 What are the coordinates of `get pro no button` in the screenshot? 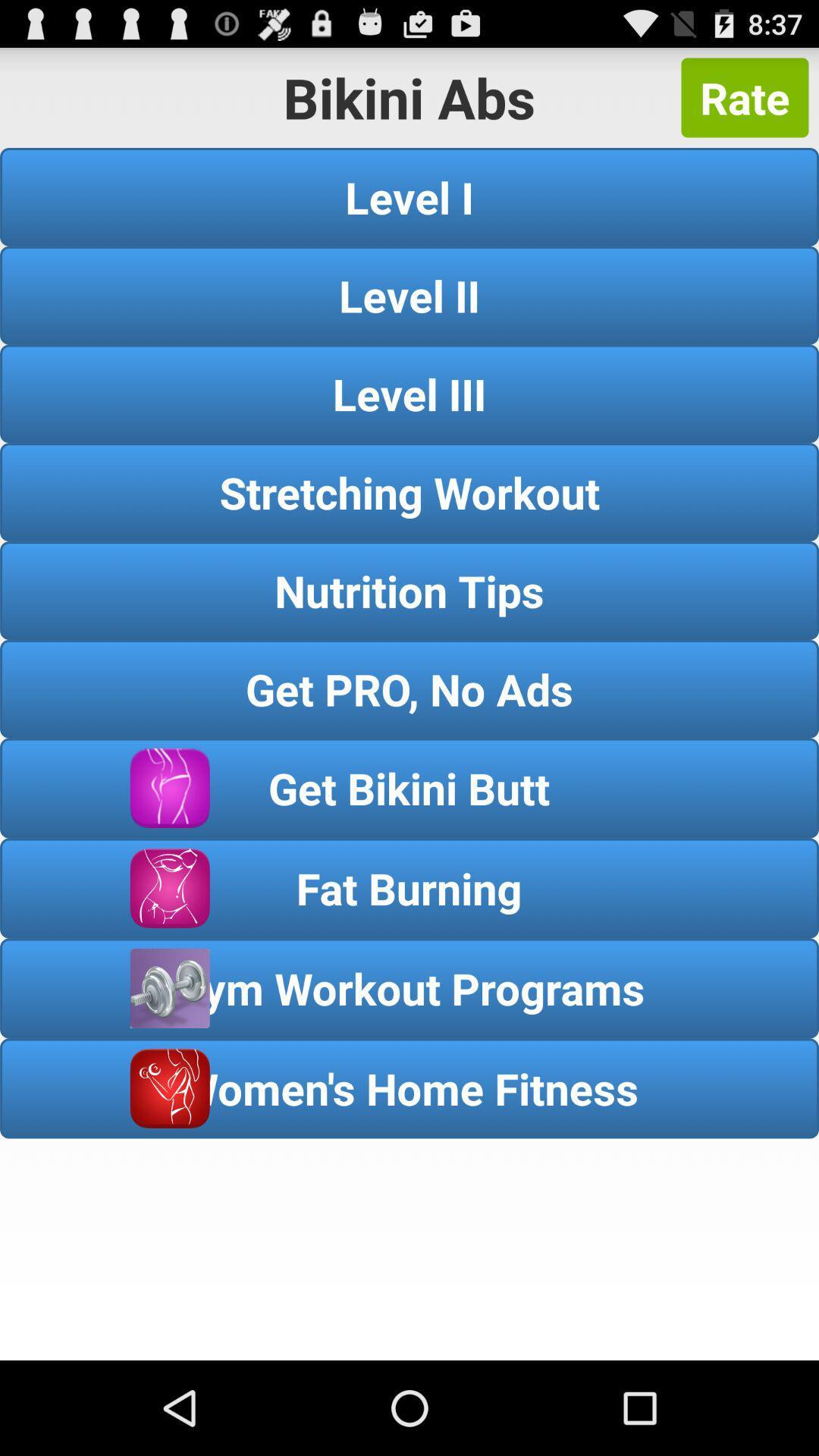 It's located at (409, 688).